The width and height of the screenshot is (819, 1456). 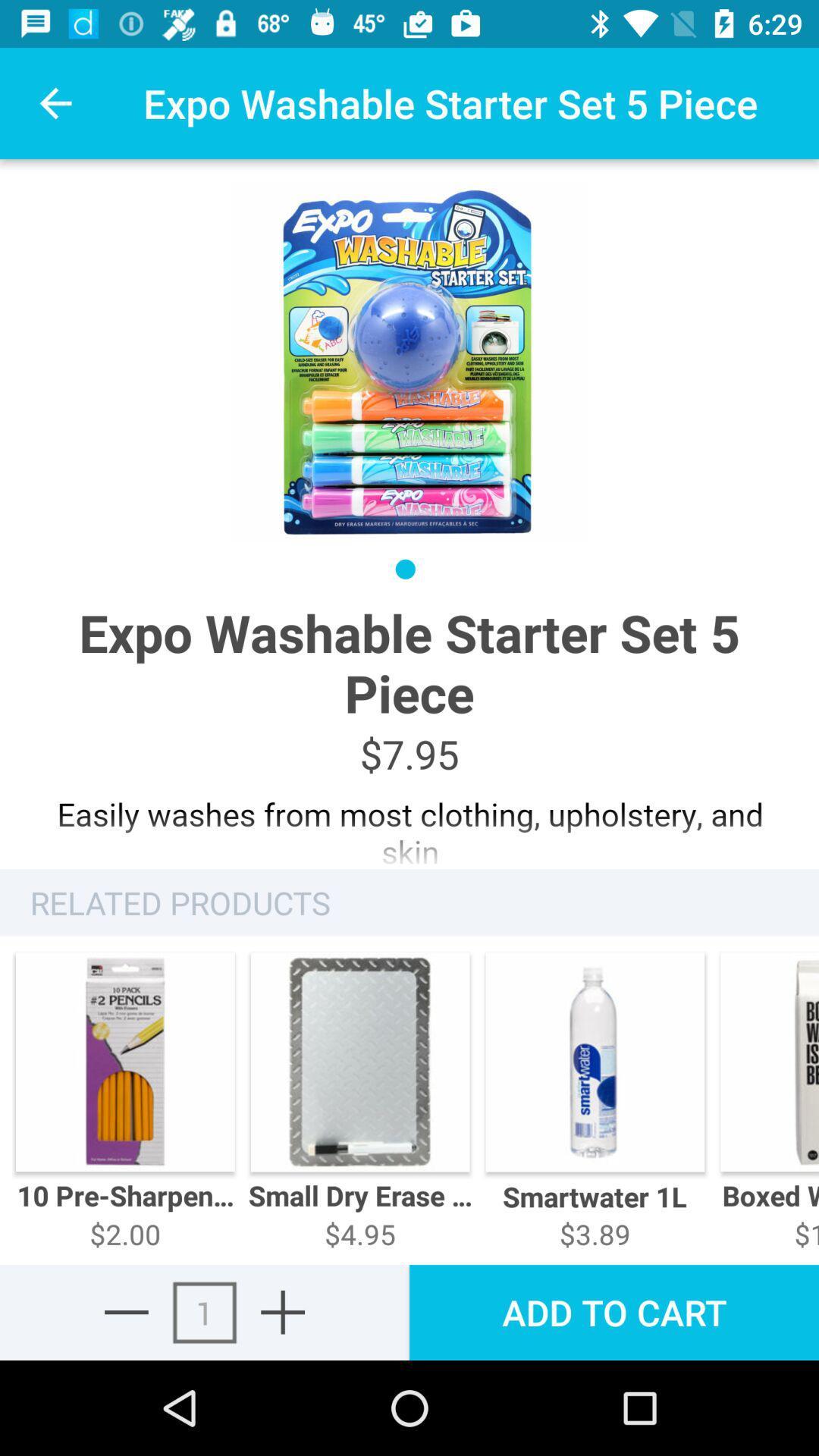 I want to click on item details, so click(x=409, y=824).